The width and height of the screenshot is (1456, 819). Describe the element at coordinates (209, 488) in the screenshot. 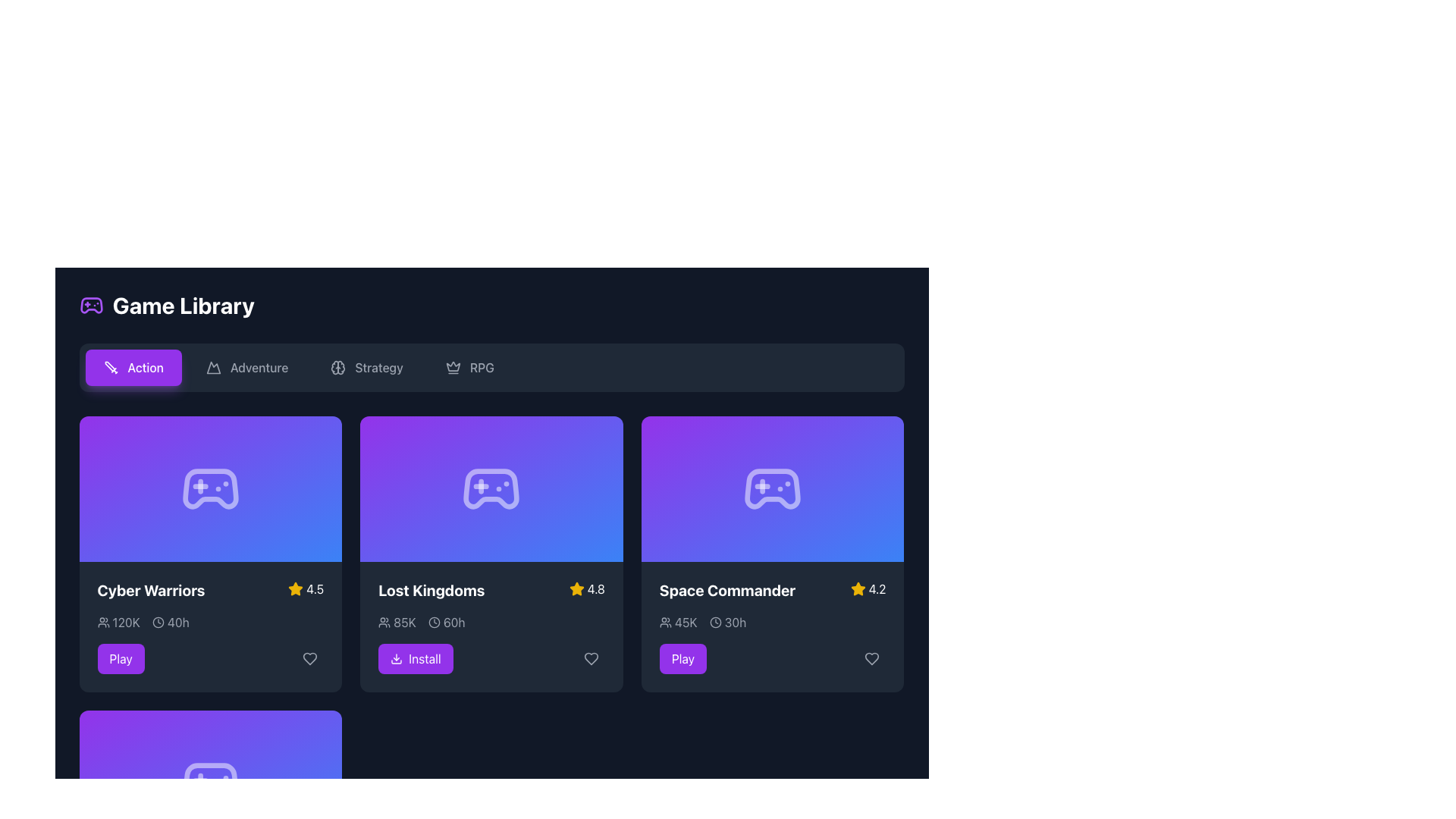

I see `the first icon in the top row of game cards in the library, which represents the game associated with the card and is centered above the text 'Cyber Warriors'` at that location.